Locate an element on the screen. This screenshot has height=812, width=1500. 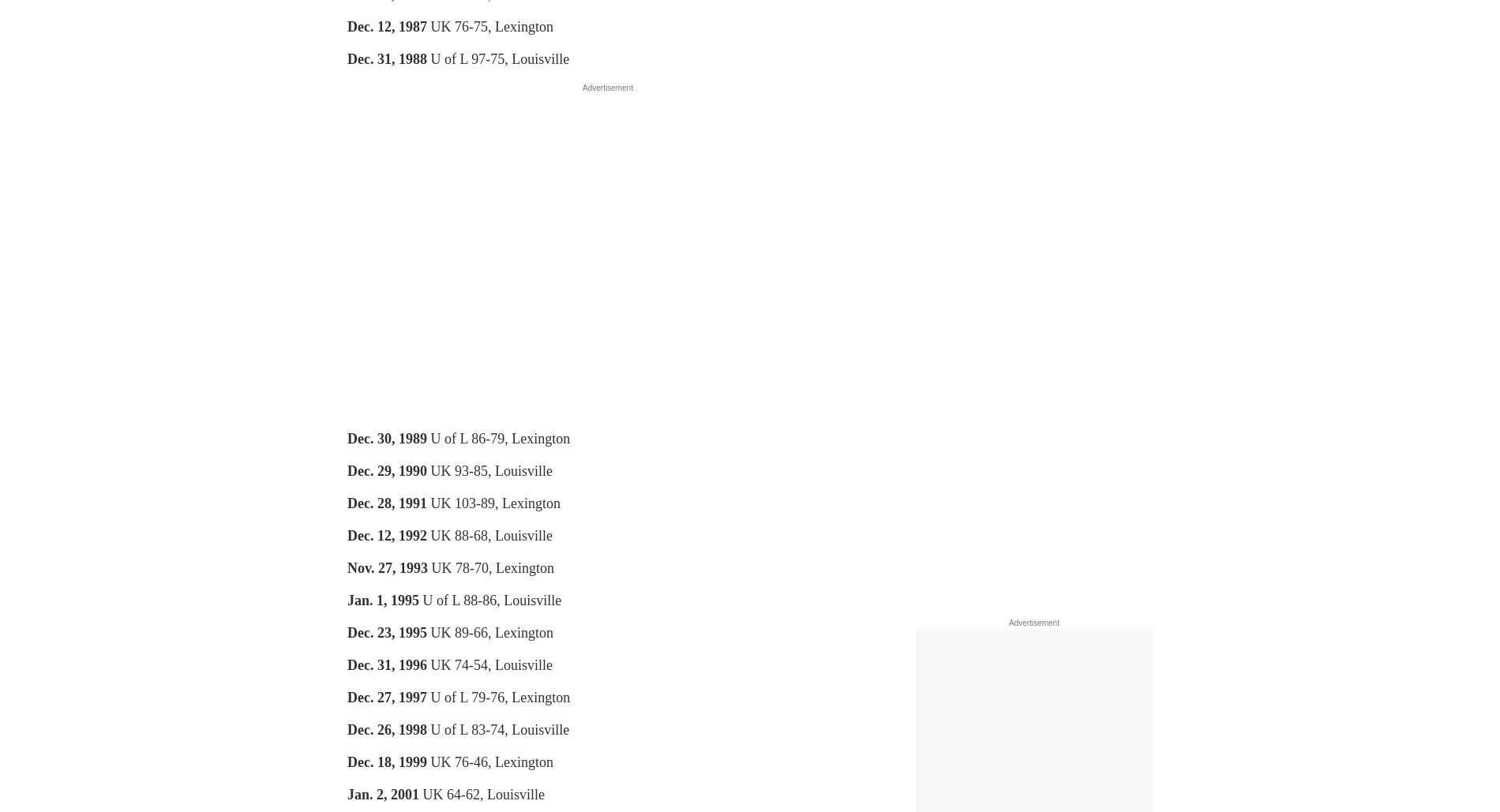
'U of L 88-86, Louisville' is located at coordinates (489, 601).